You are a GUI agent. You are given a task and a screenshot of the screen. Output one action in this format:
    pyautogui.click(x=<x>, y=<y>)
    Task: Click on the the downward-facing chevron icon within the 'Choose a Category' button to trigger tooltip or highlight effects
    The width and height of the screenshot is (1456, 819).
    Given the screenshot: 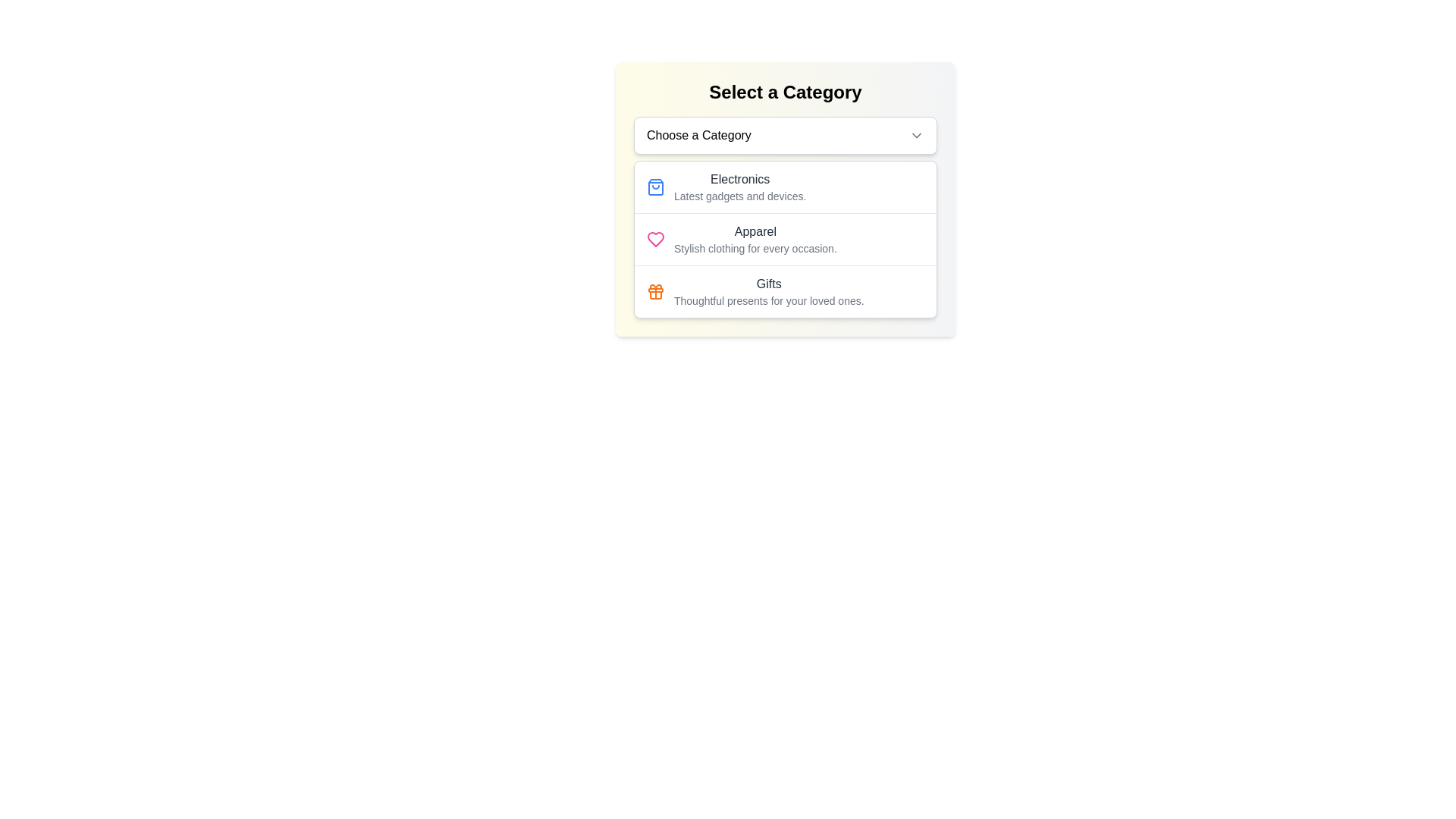 What is the action you would take?
    pyautogui.click(x=916, y=134)
    